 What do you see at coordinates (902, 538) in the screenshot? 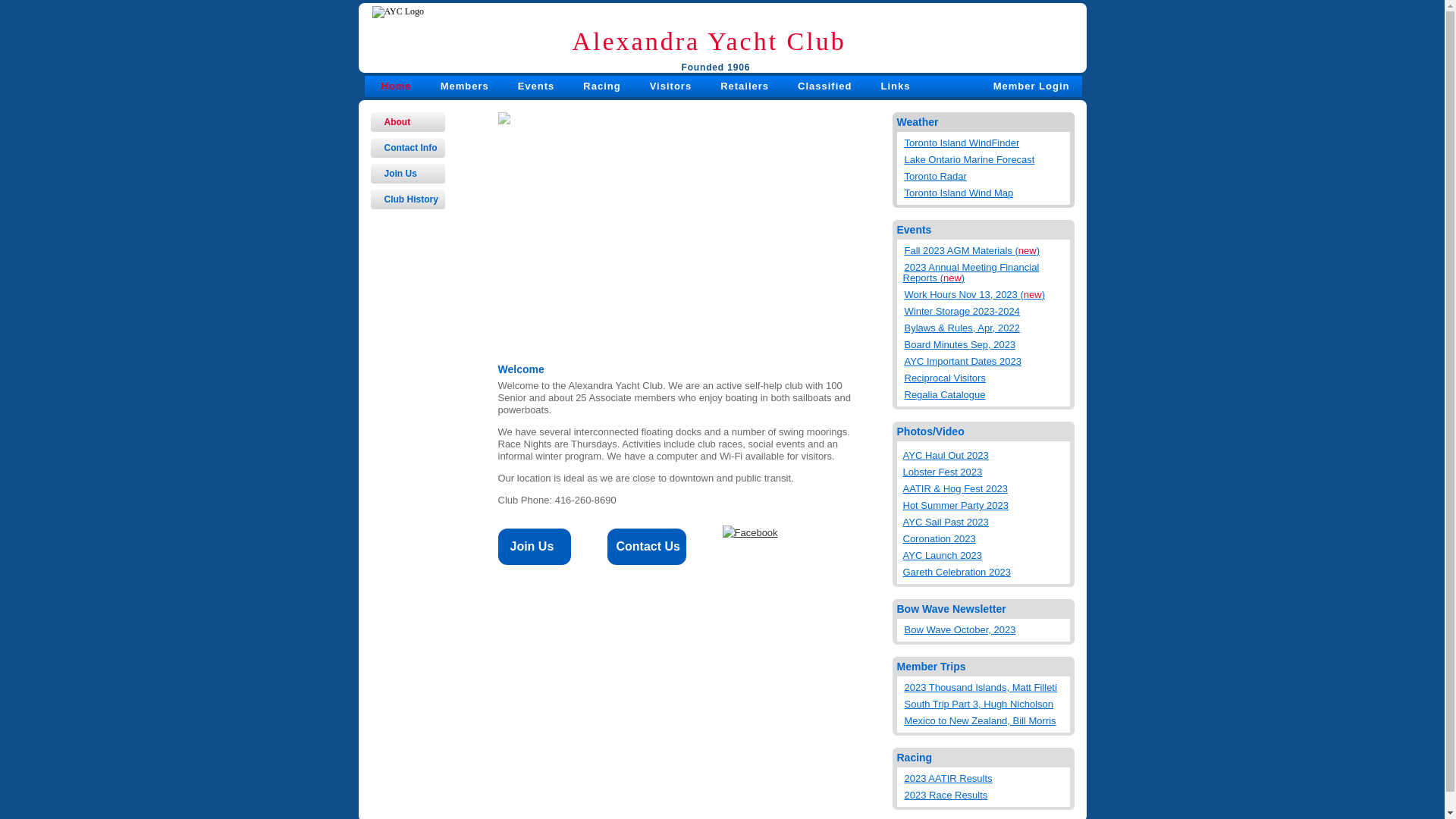
I see `'Coronation 2023'` at bounding box center [902, 538].